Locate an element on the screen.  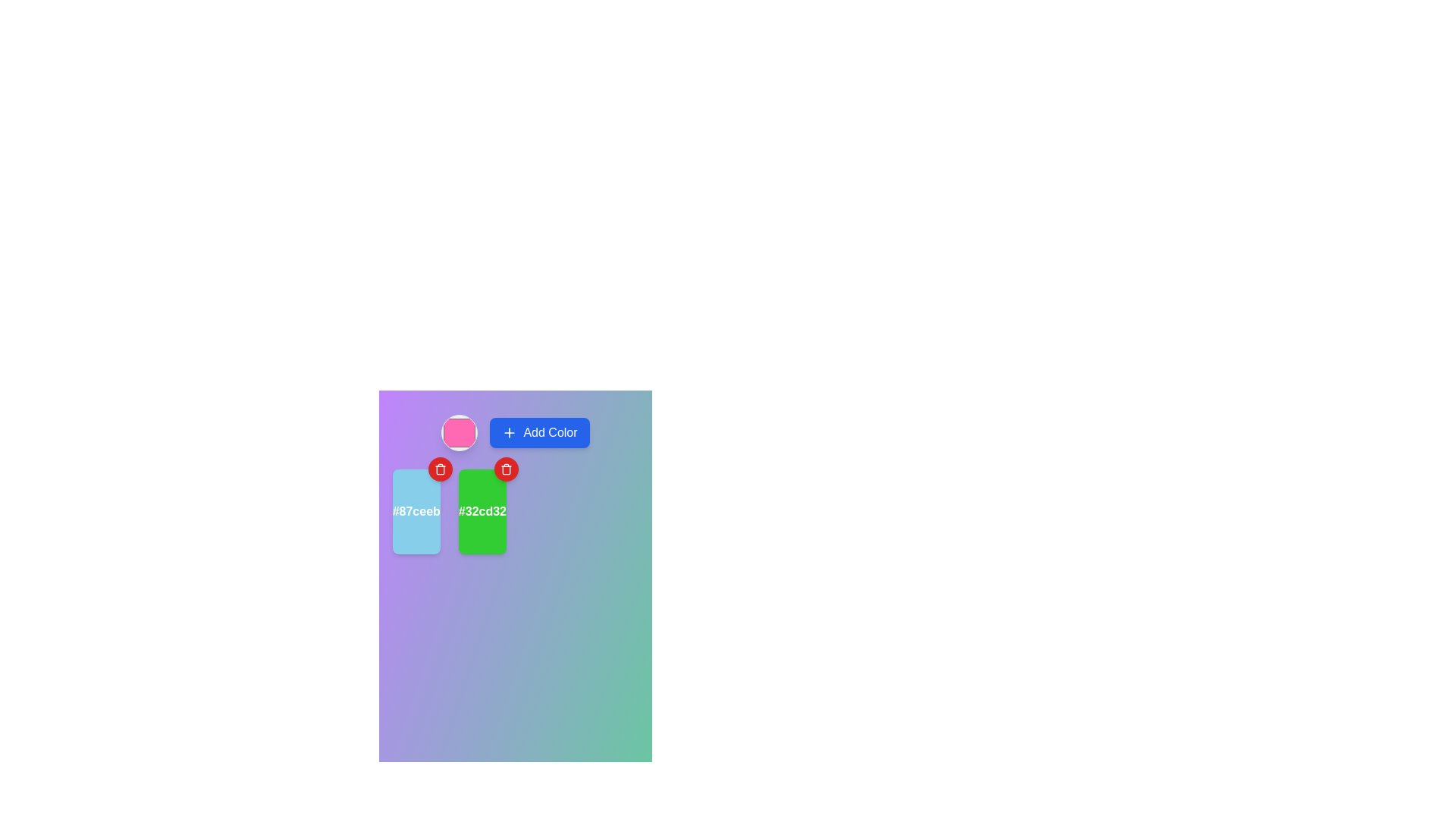
the delete icon button located at the top-right corner of the card with label '#32cd32' to initiate the delete action for the associated card is located at coordinates (506, 468).